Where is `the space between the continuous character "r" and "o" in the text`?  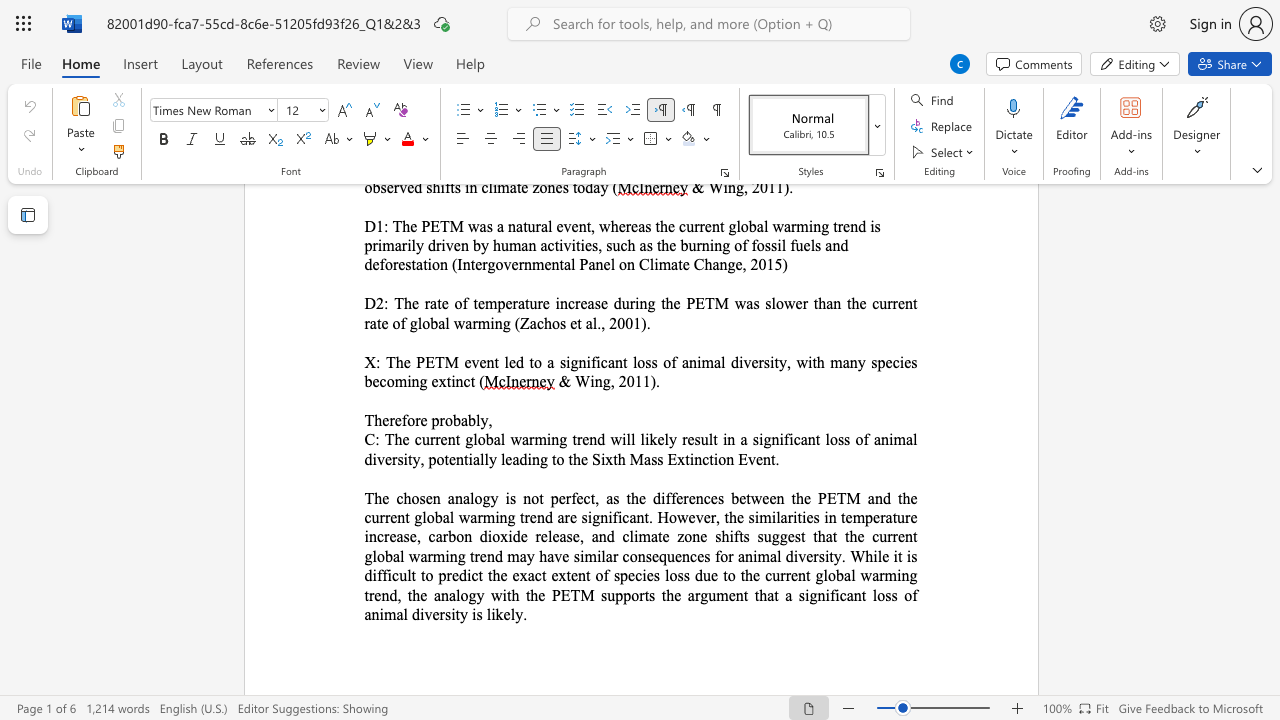
the space between the continuous character "r" and "o" in the text is located at coordinates (444, 419).